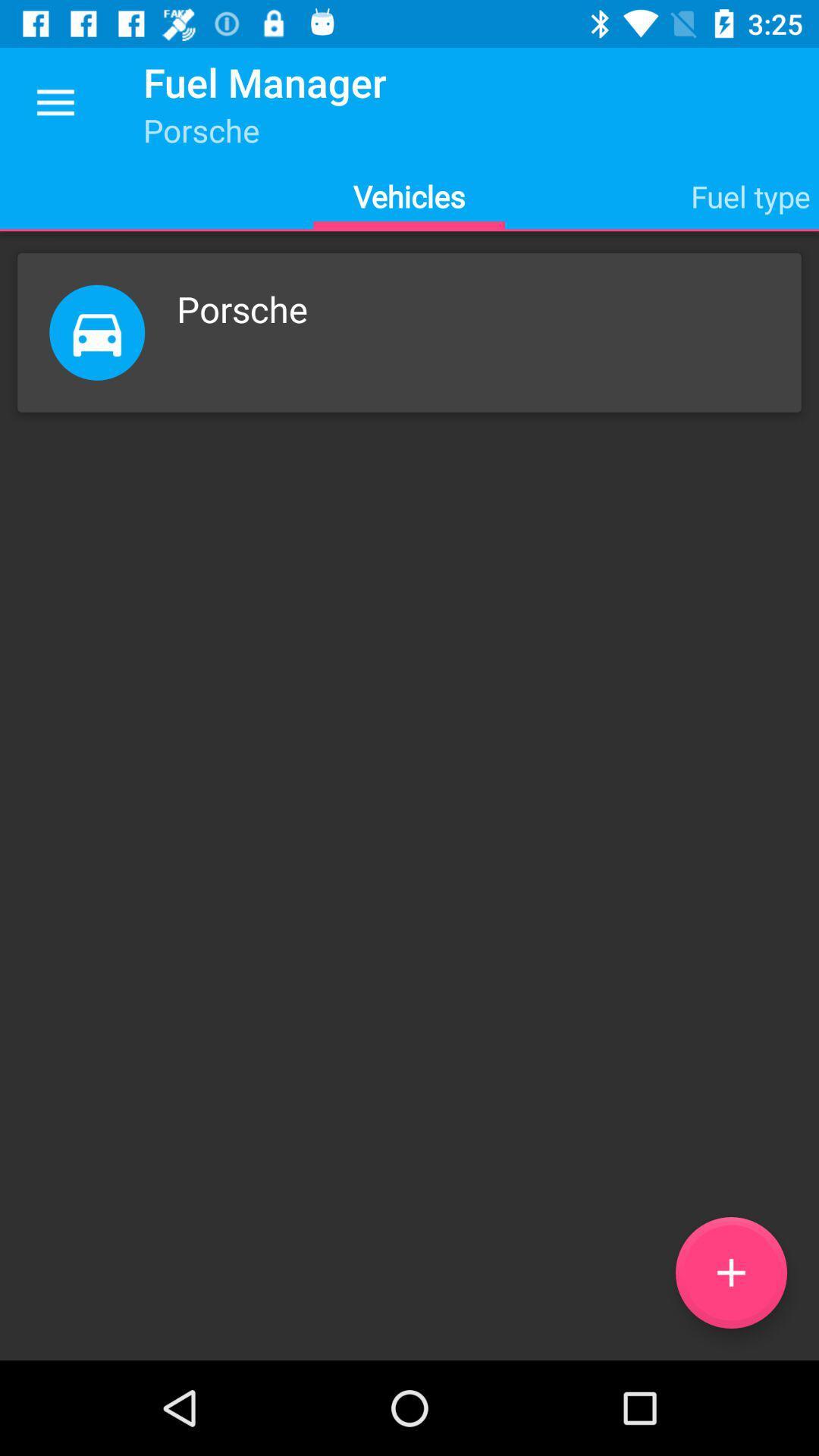 This screenshot has width=819, height=1456. Describe the element at coordinates (730, 1272) in the screenshot. I see `more vehicles option` at that location.